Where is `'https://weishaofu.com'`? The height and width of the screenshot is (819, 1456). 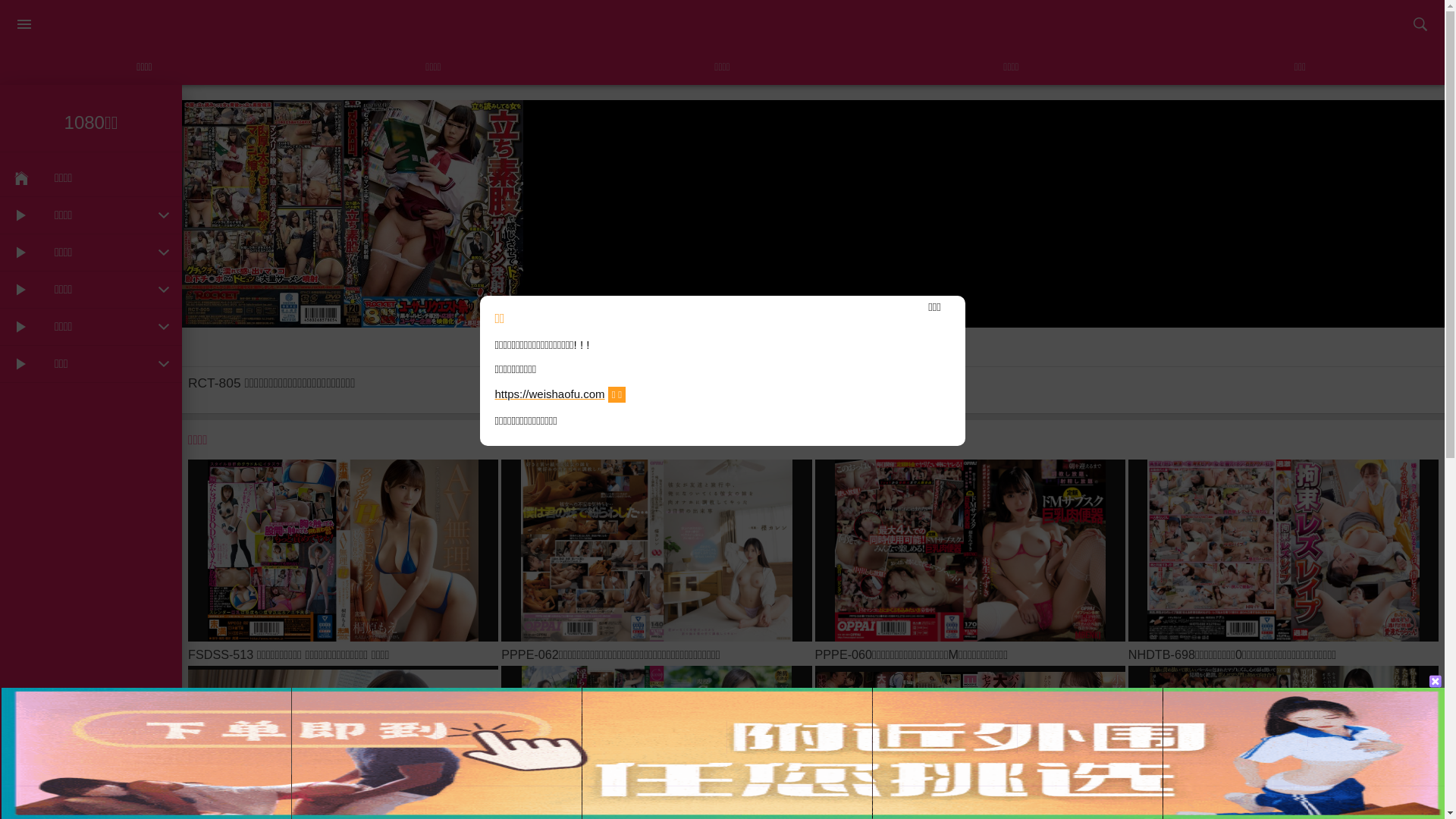 'https://weishaofu.com' is located at coordinates (548, 393).